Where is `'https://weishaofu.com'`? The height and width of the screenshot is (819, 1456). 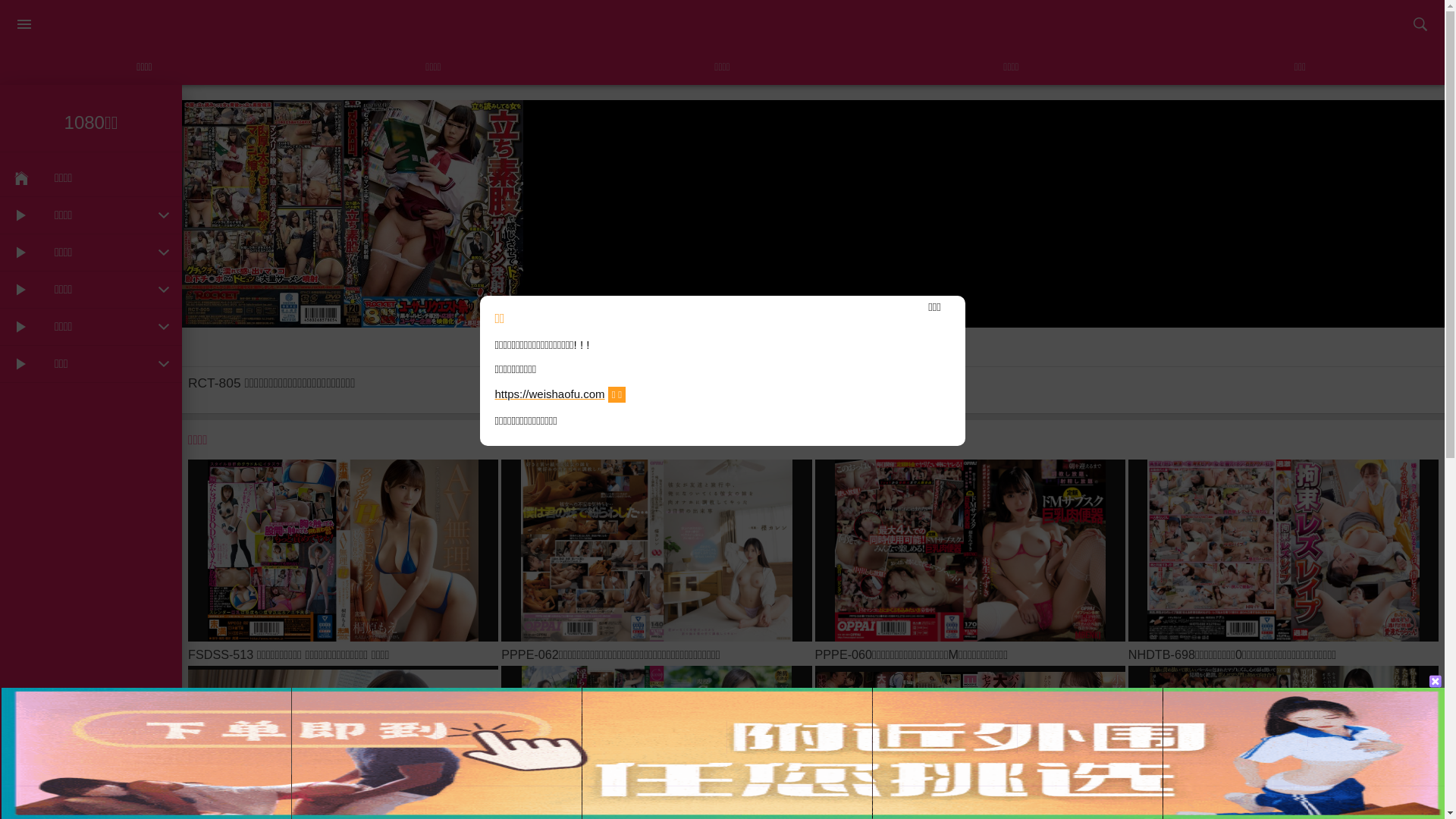 'https://weishaofu.com' is located at coordinates (548, 393).